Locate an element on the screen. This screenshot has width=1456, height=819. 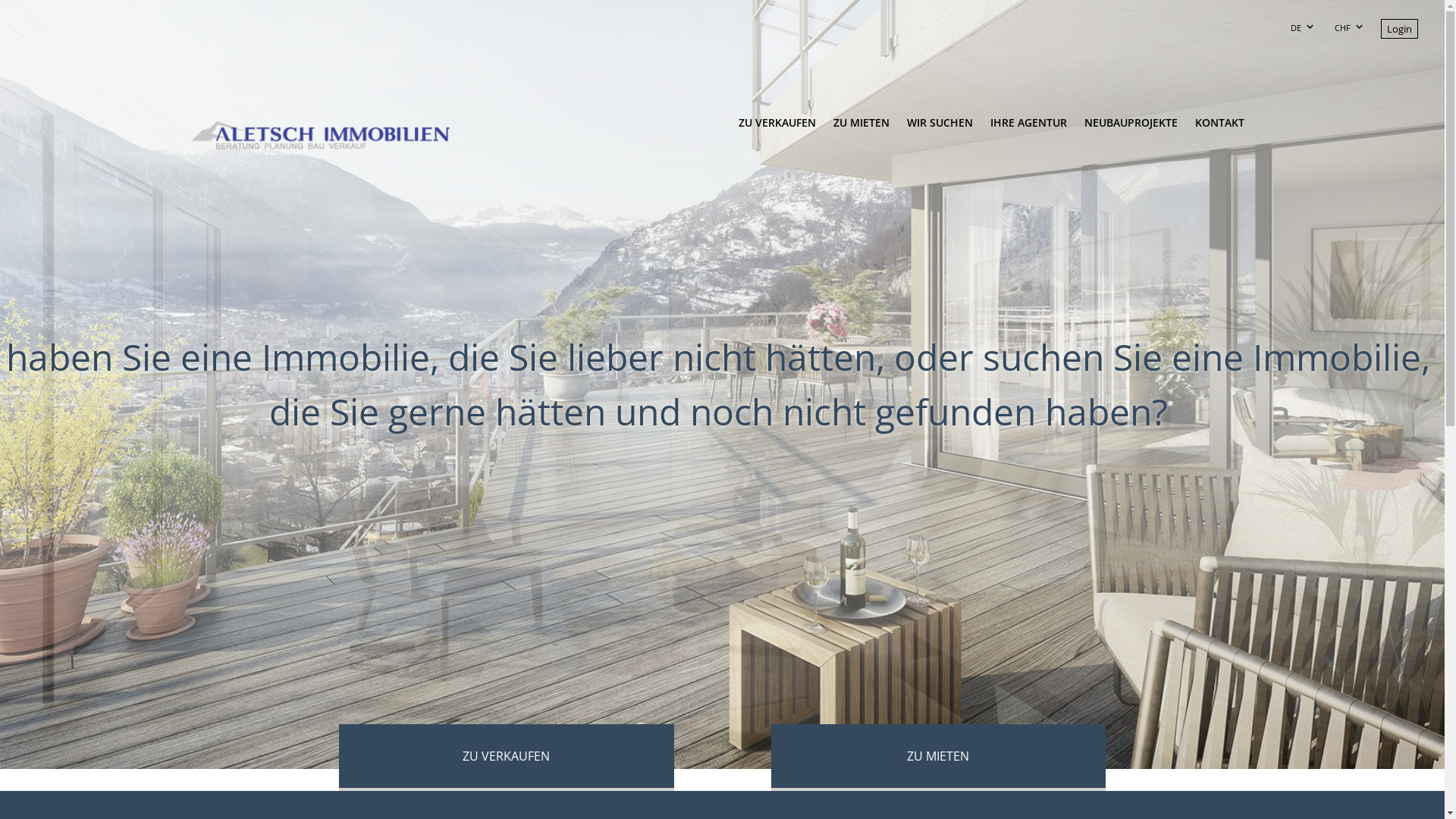
'KONTAKT' is located at coordinates (1185, 130).